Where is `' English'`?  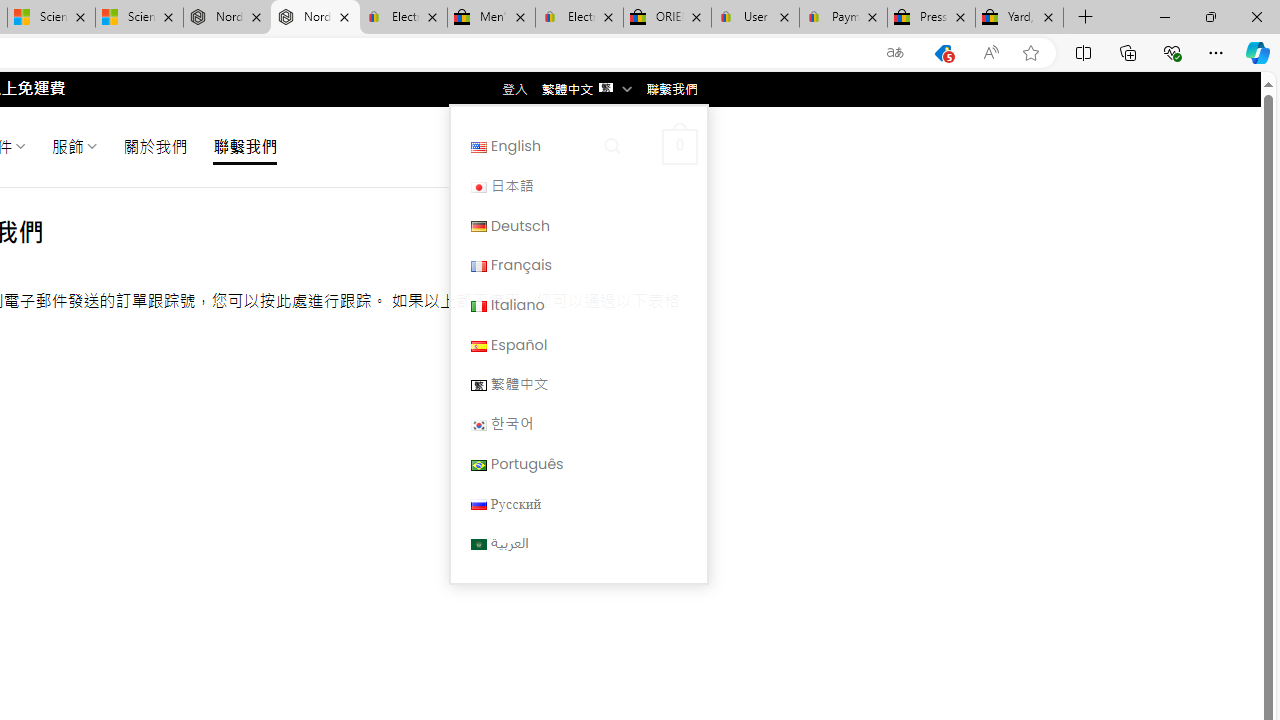
' English' is located at coordinates (577, 145).